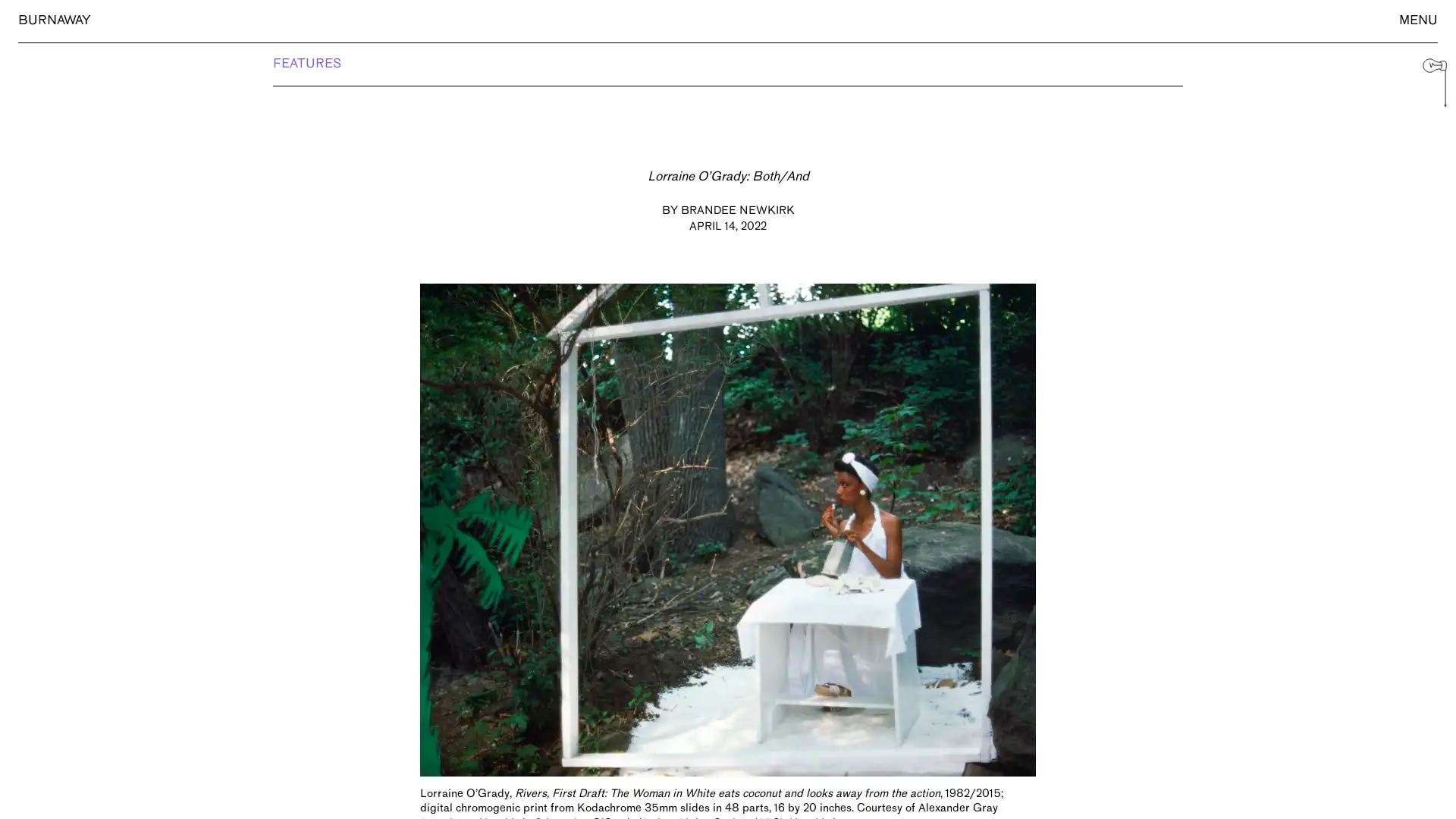 The width and height of the screenshot is (1456, 819). Describe the element at coordinates (1417, 20) in the screenshot. I see `MENU` at that location.